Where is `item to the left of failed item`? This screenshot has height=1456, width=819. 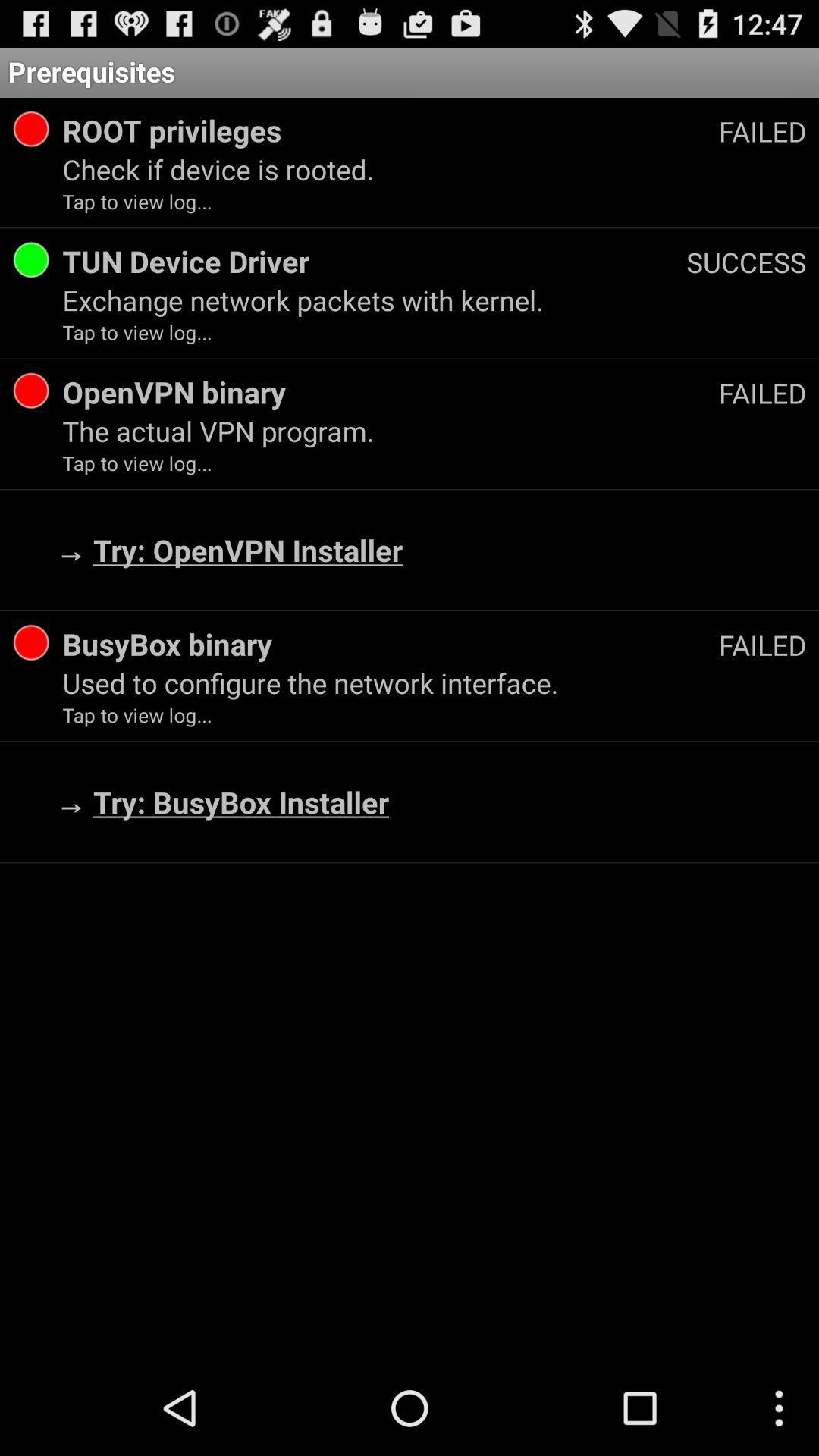
item to the left of failed item is located at coordinates (390, 644).